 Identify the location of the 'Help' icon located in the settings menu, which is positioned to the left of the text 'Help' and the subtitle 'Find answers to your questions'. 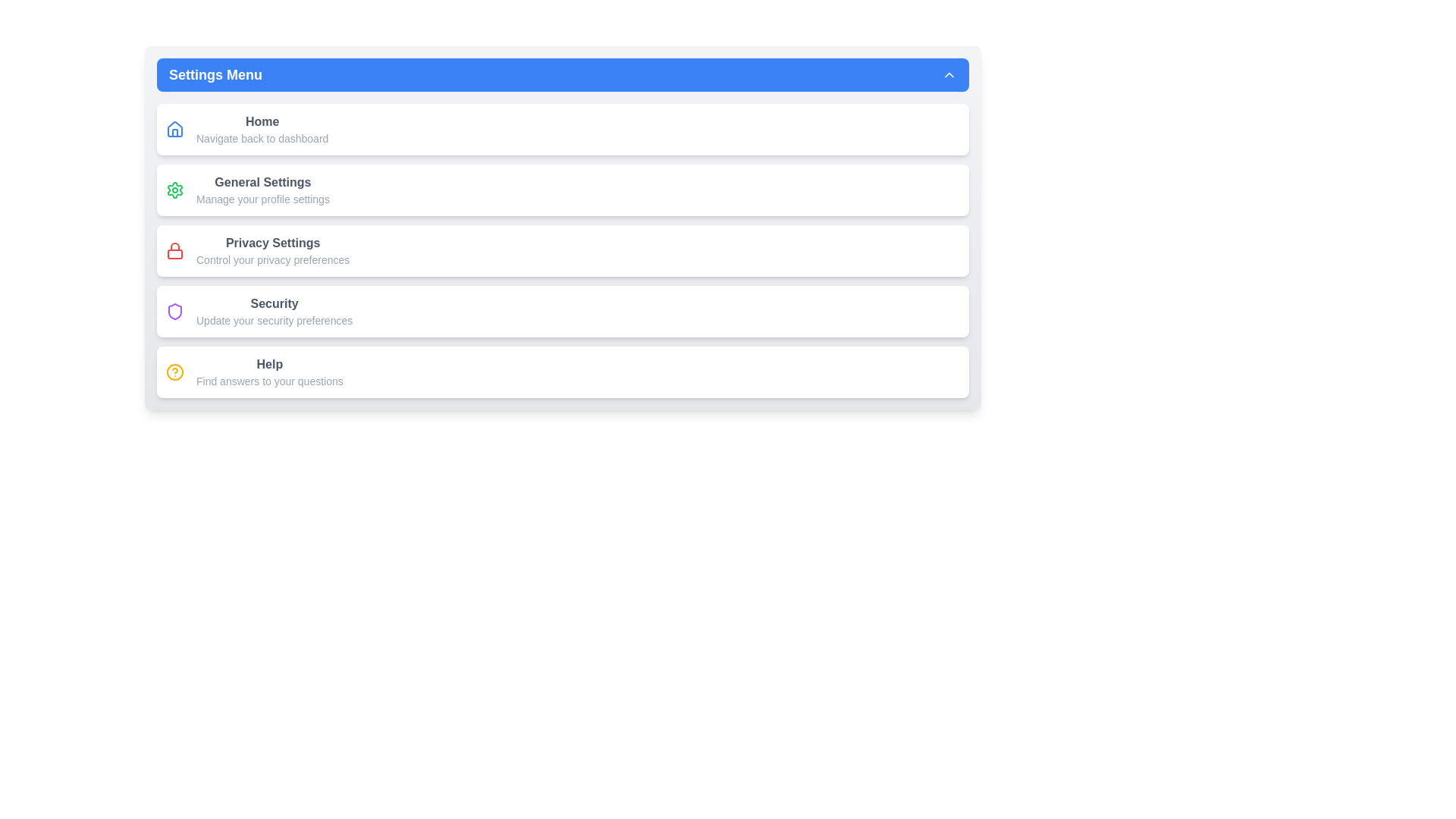
(174, 372).